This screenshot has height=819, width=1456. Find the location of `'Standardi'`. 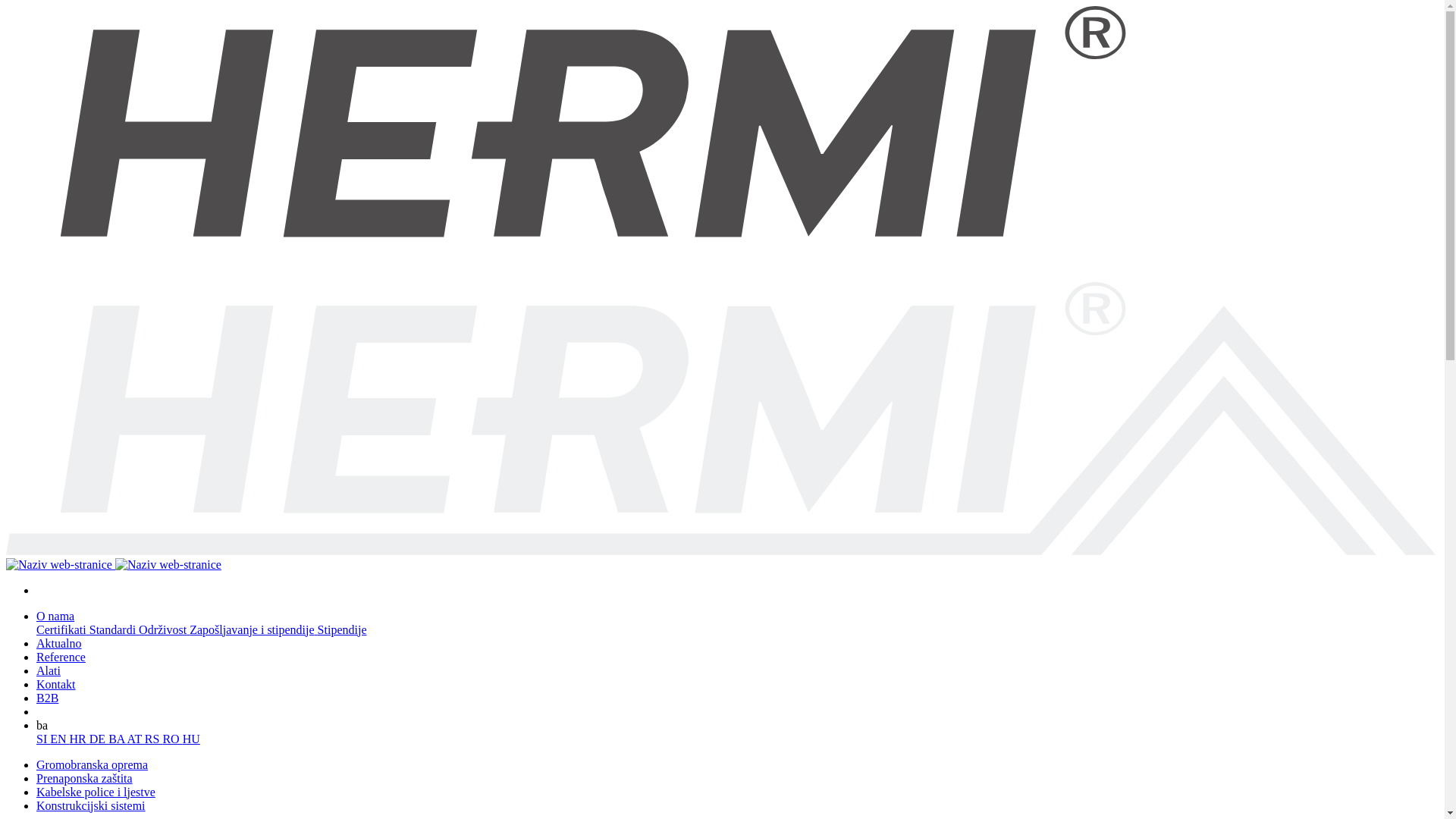

'Standardi' is located at coordinates (113, 629).